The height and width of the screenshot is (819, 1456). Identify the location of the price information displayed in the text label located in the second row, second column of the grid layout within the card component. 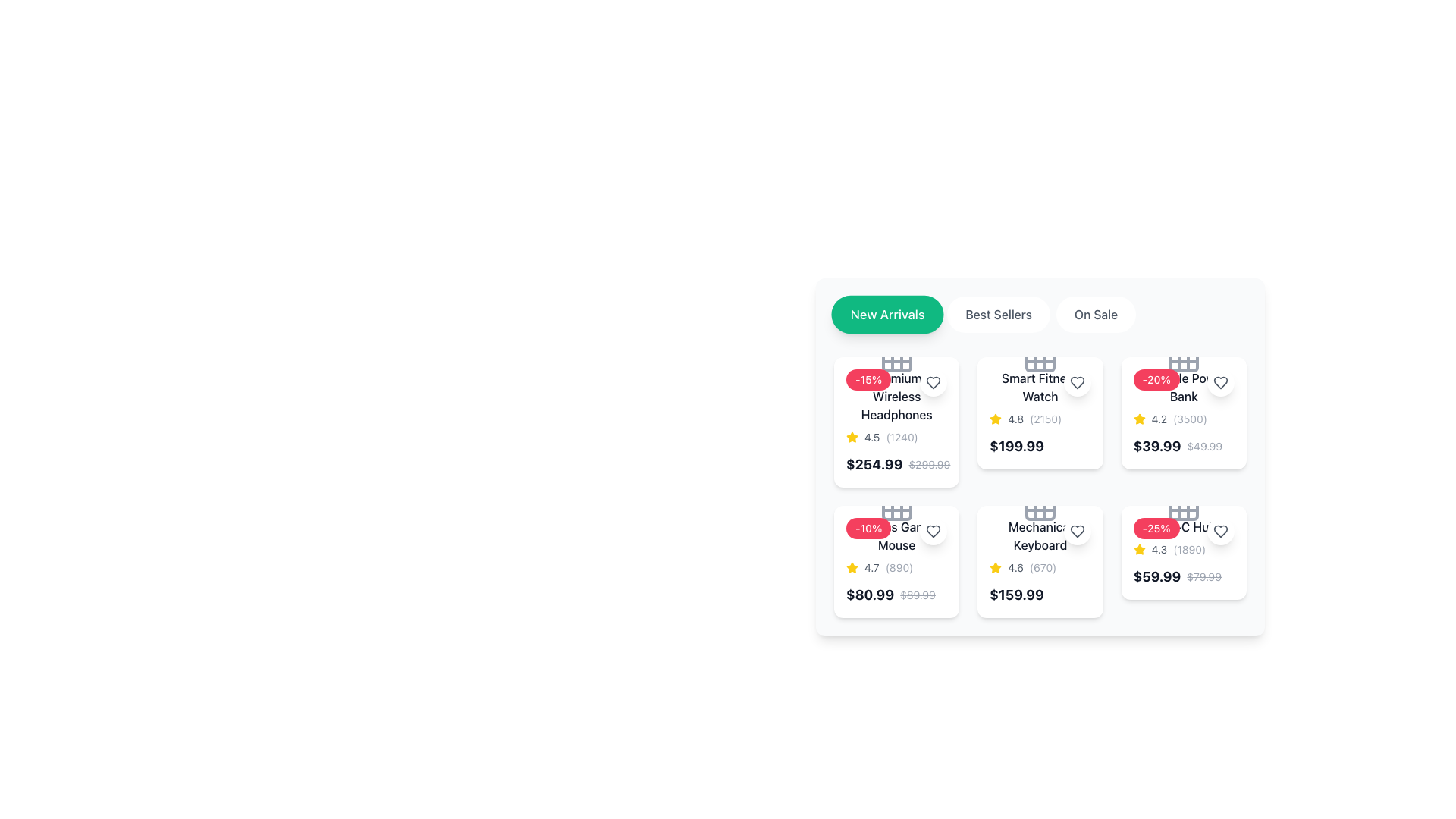
(1016, 446).